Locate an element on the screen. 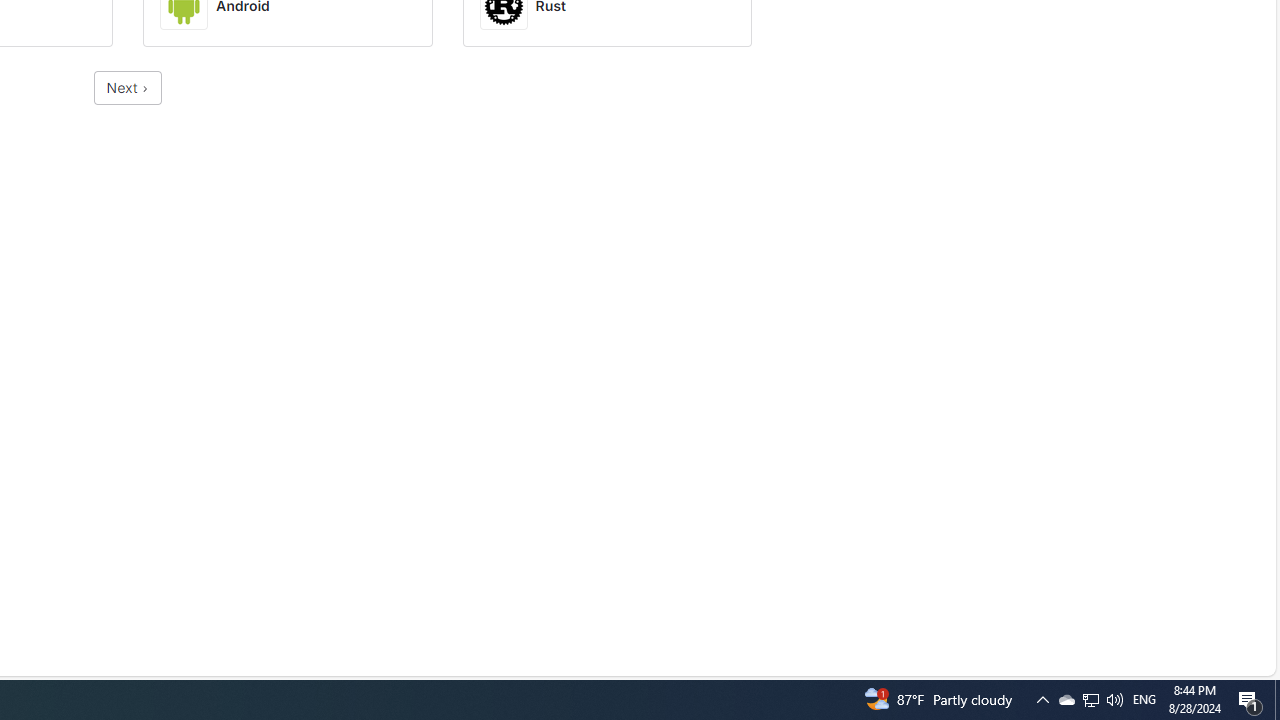  'Class: s8' is located at coordinates (144, 88).